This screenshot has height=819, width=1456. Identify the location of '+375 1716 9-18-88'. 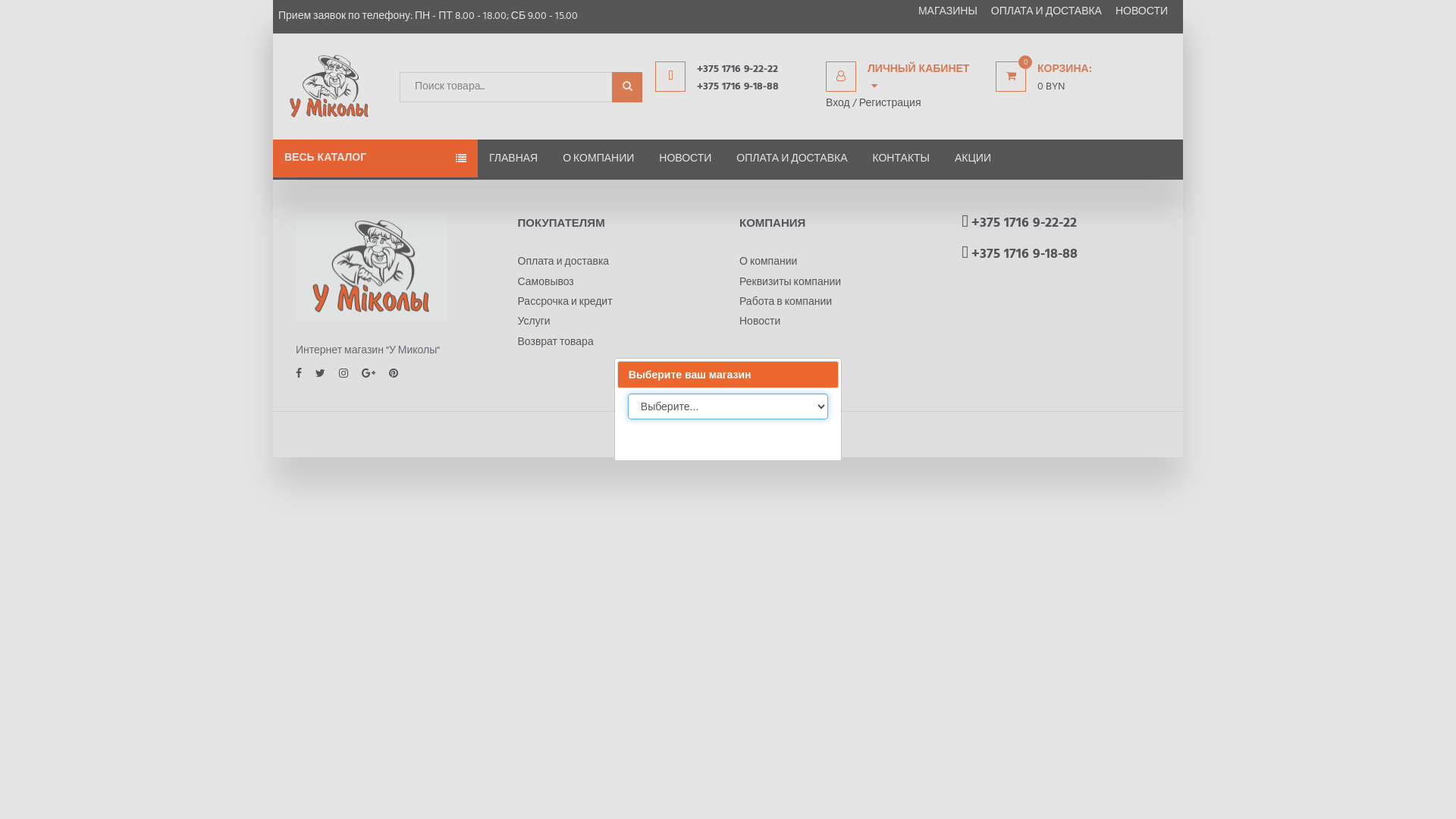
(754, 87).